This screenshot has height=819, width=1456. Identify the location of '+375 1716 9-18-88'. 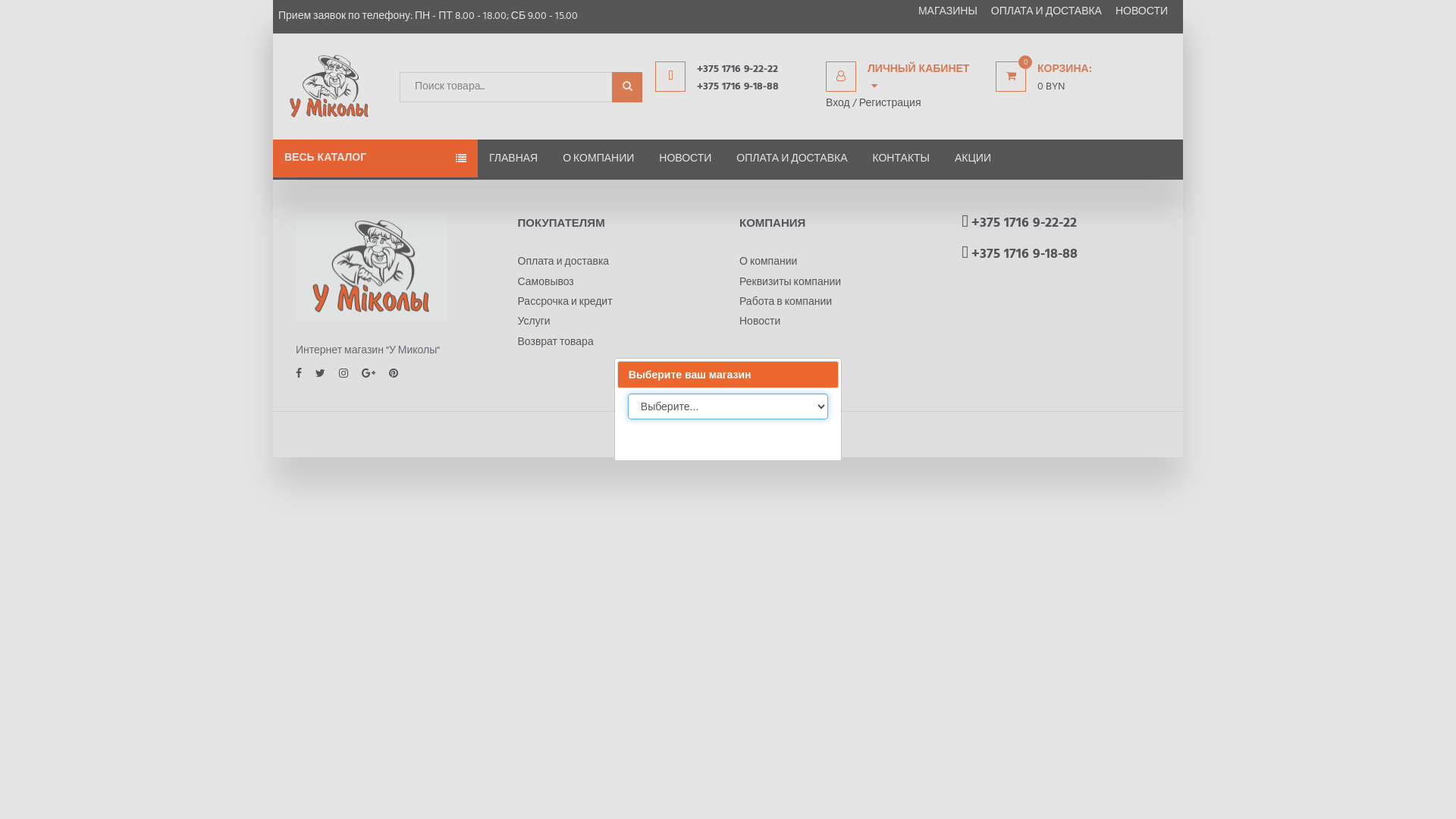
(754, 87).